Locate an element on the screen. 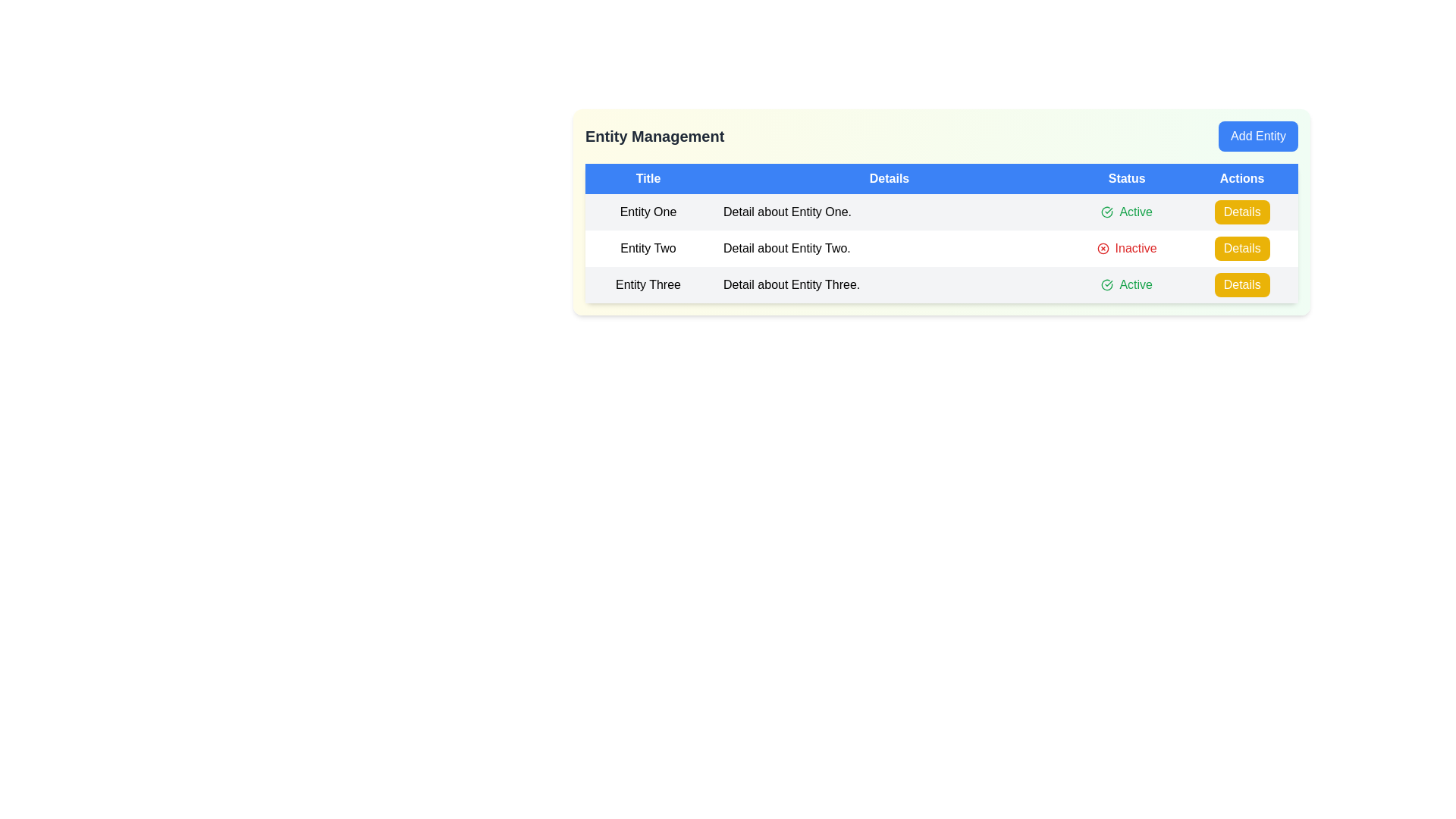  the first column header of the table that labels the entities, positioned at the top-left adjacent to the 'Details' column is located at coordinates (648, 177).